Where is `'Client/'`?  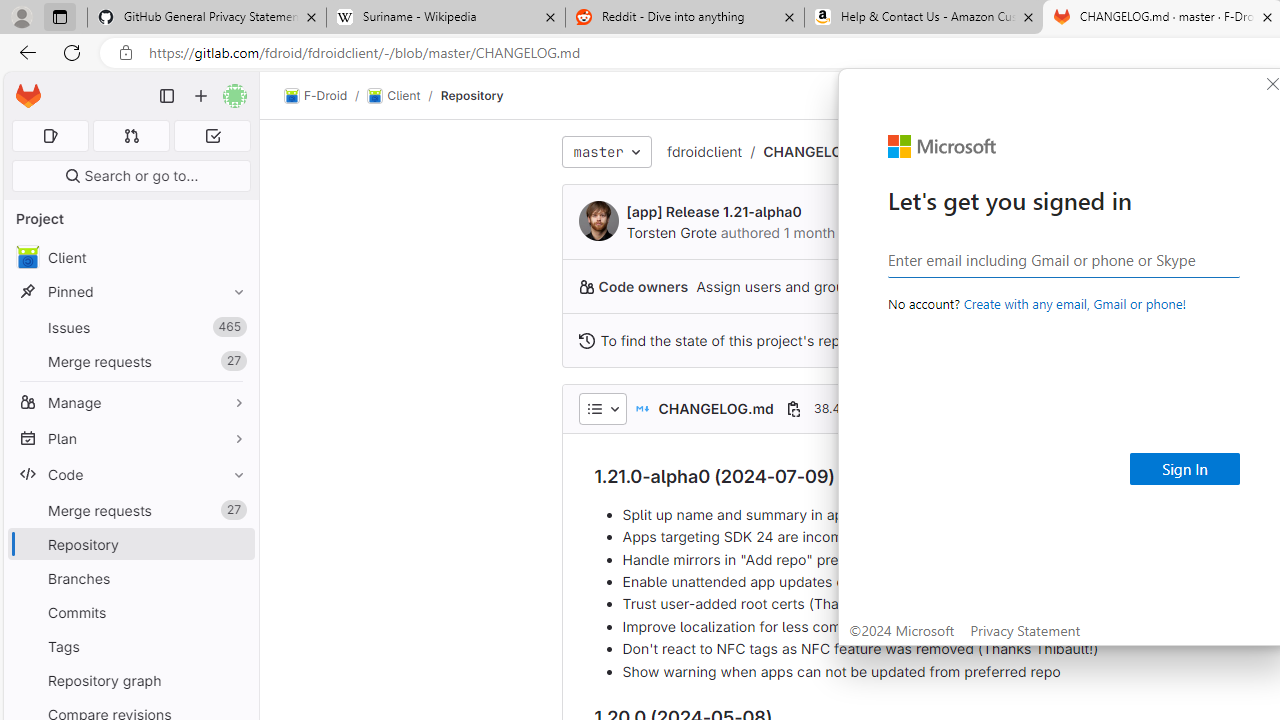
'Client/' is located at coordinates (403, 96).